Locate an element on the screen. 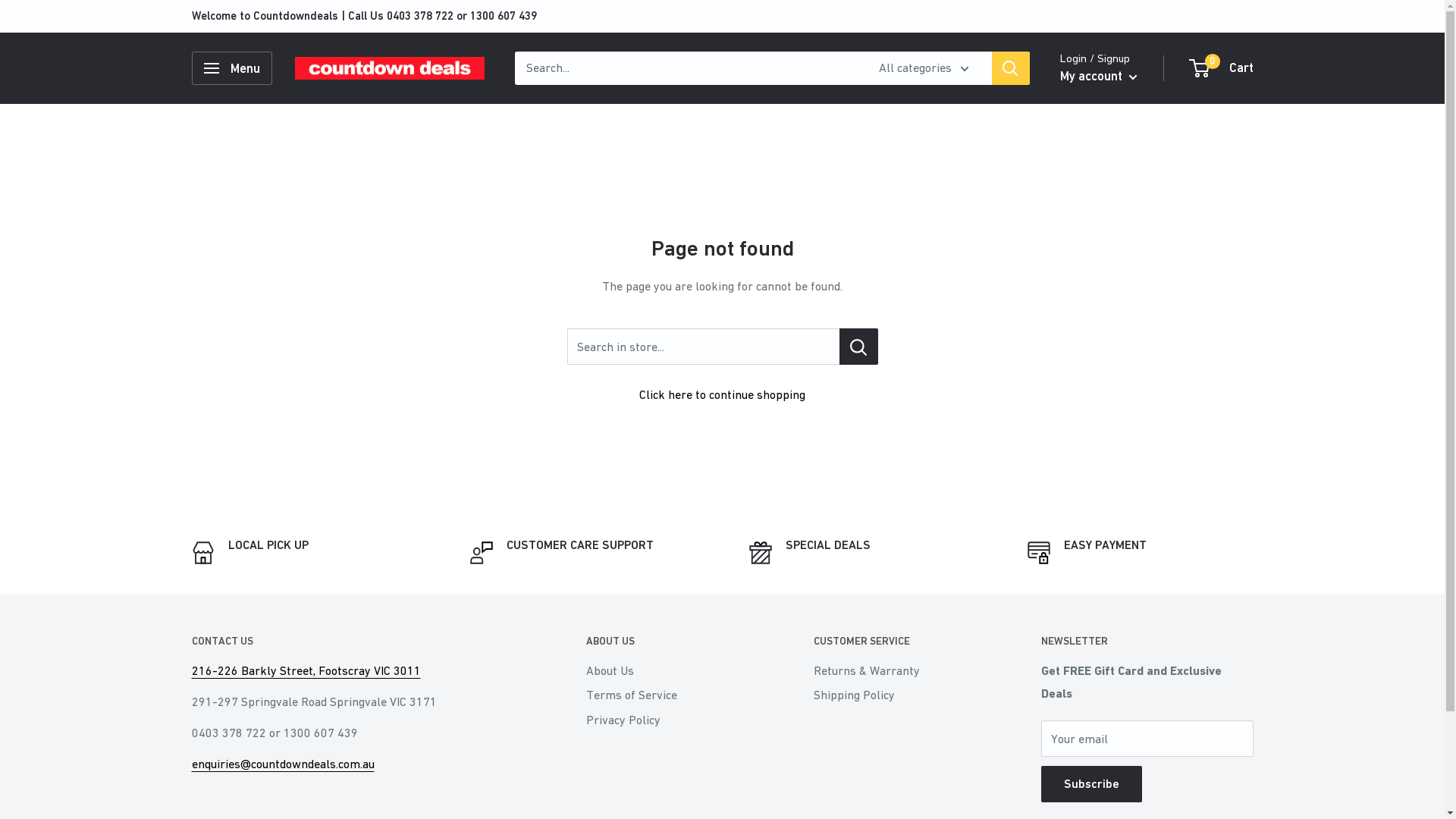  'About Us' is located at coordinates (585, 669).